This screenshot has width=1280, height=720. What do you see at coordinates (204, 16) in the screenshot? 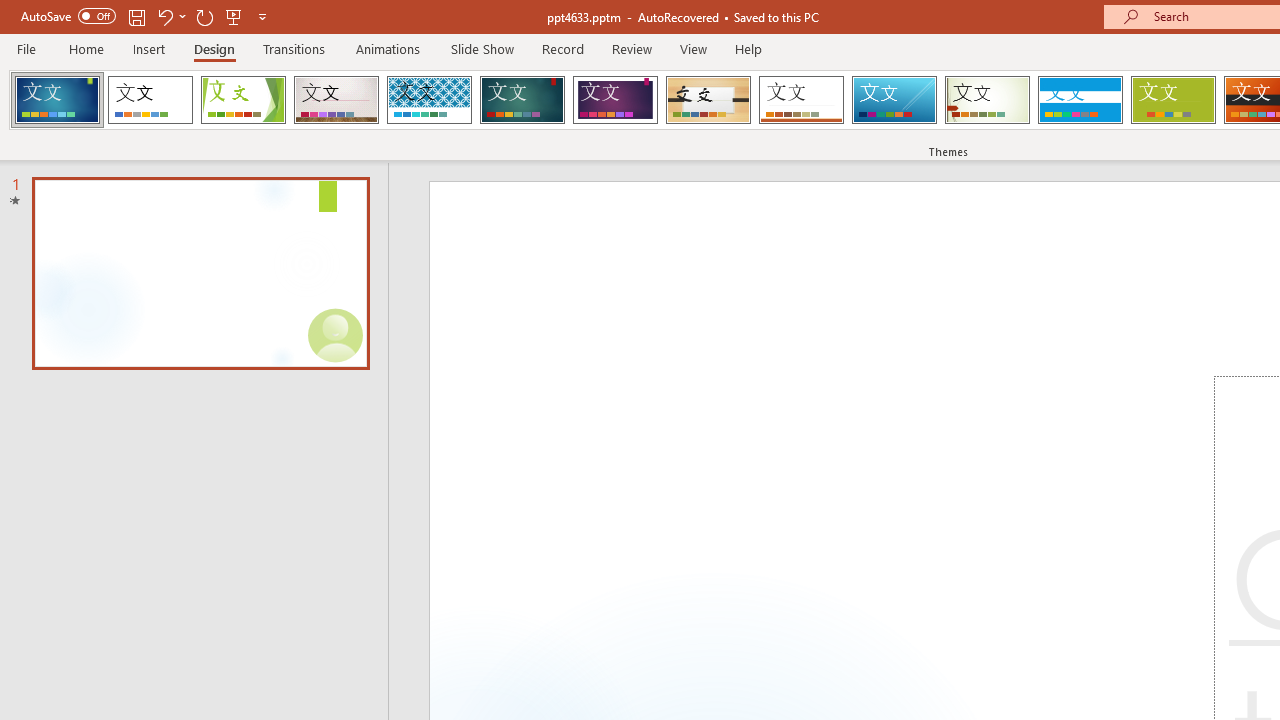
I see `'Redo'` at bounding box center [204, 16].